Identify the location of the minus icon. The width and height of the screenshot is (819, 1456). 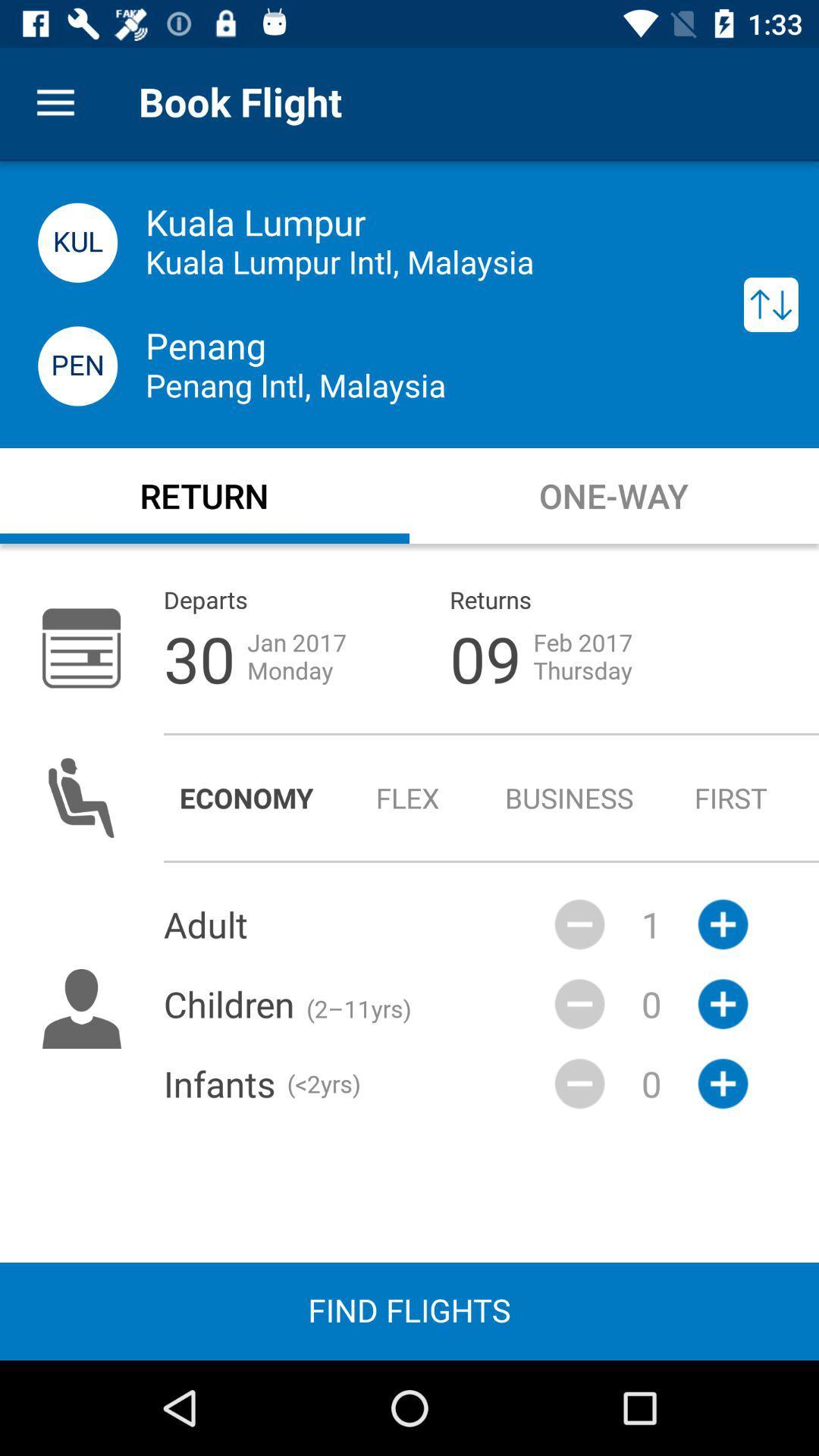
(579, 1083).